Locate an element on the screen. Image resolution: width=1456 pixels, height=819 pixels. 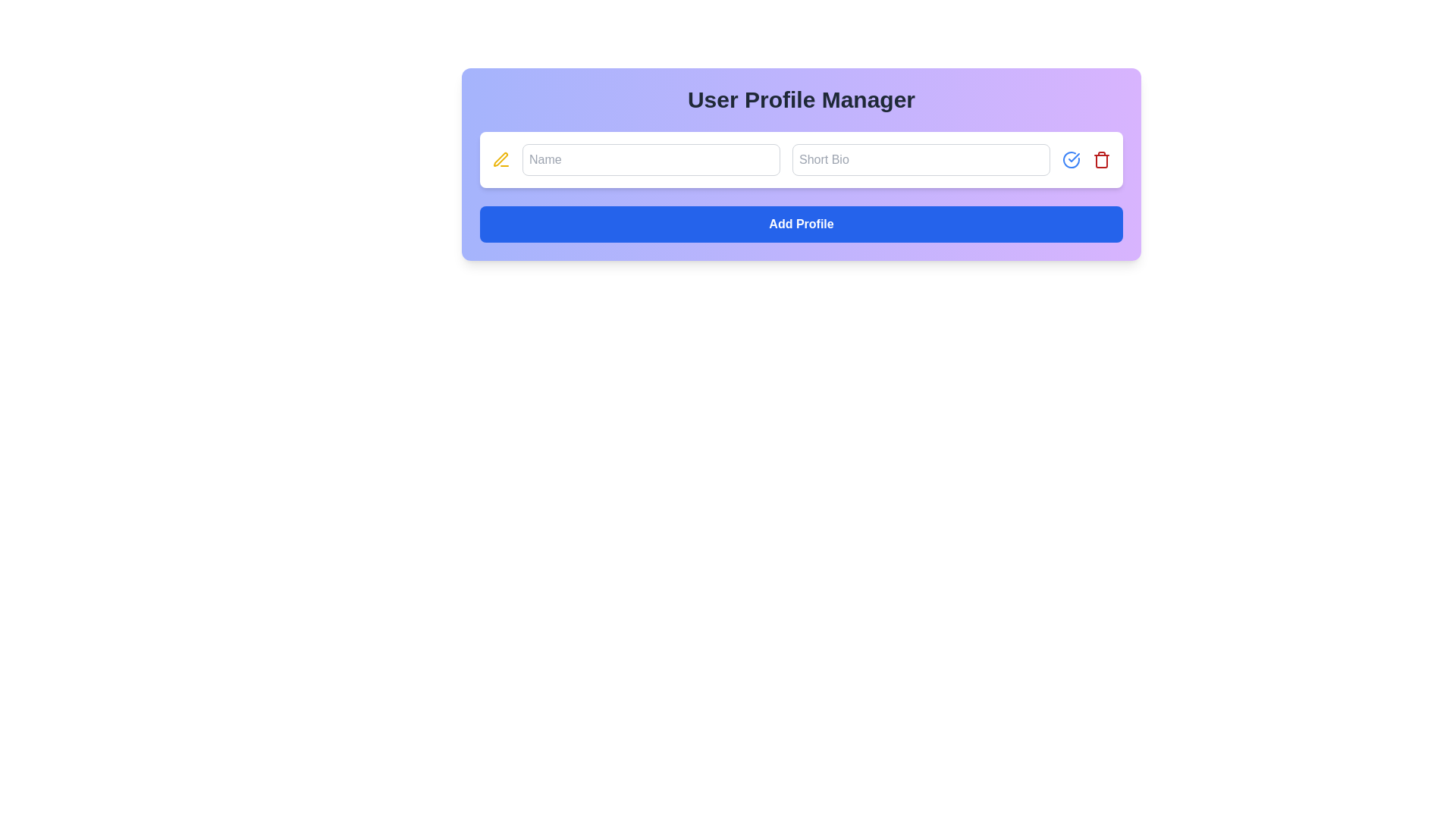
the 'Add Profile' button with a solid blue background and white text, located within the 'User Profile Manager' card is located at coordinates (800, 224).